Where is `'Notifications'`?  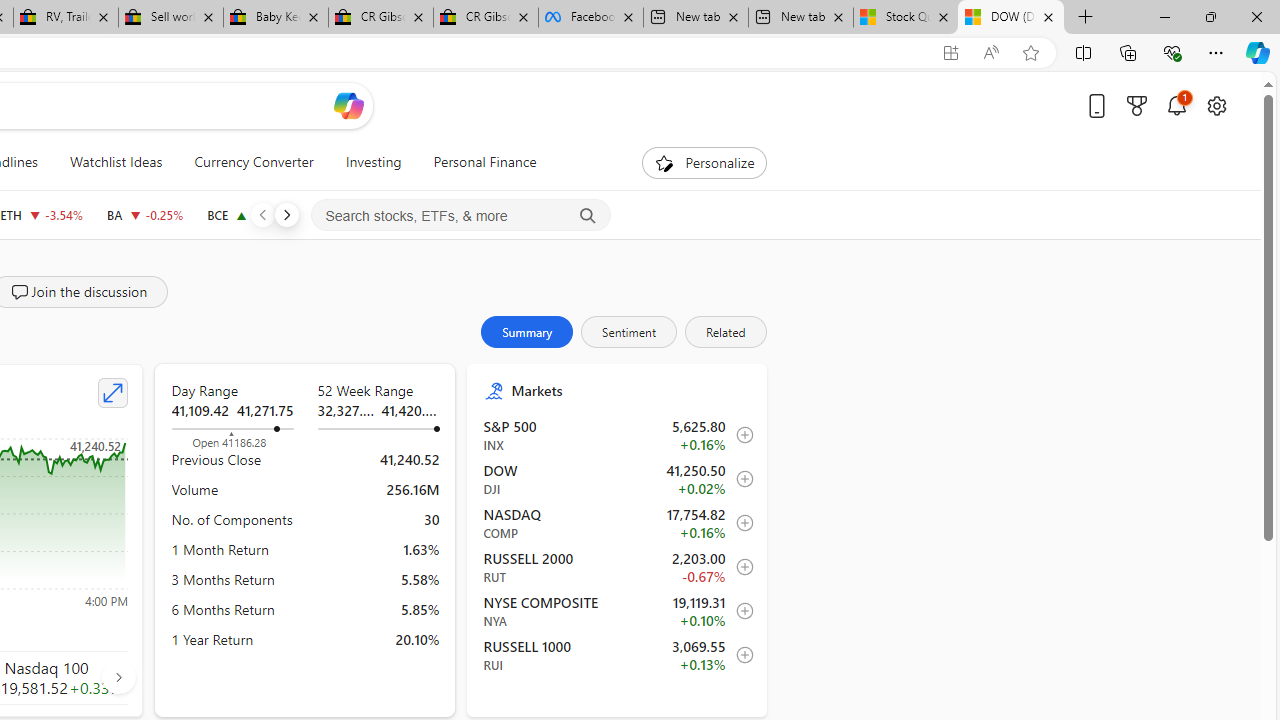
'Notifications' is located at coordinates (1176, 105).